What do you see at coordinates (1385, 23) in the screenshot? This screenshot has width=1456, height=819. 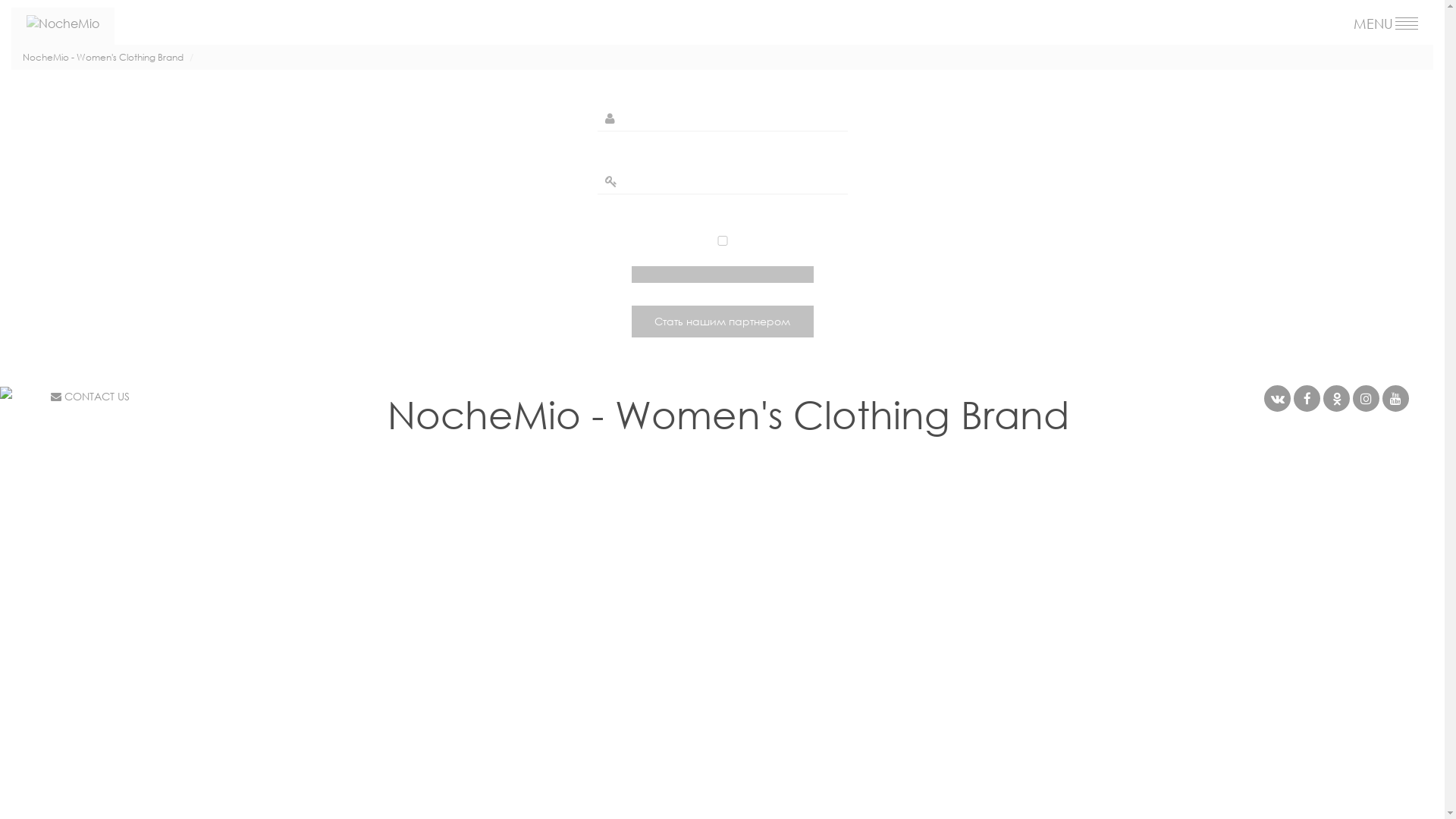 I see `'MENU'` at bounding box center [1385, 23].